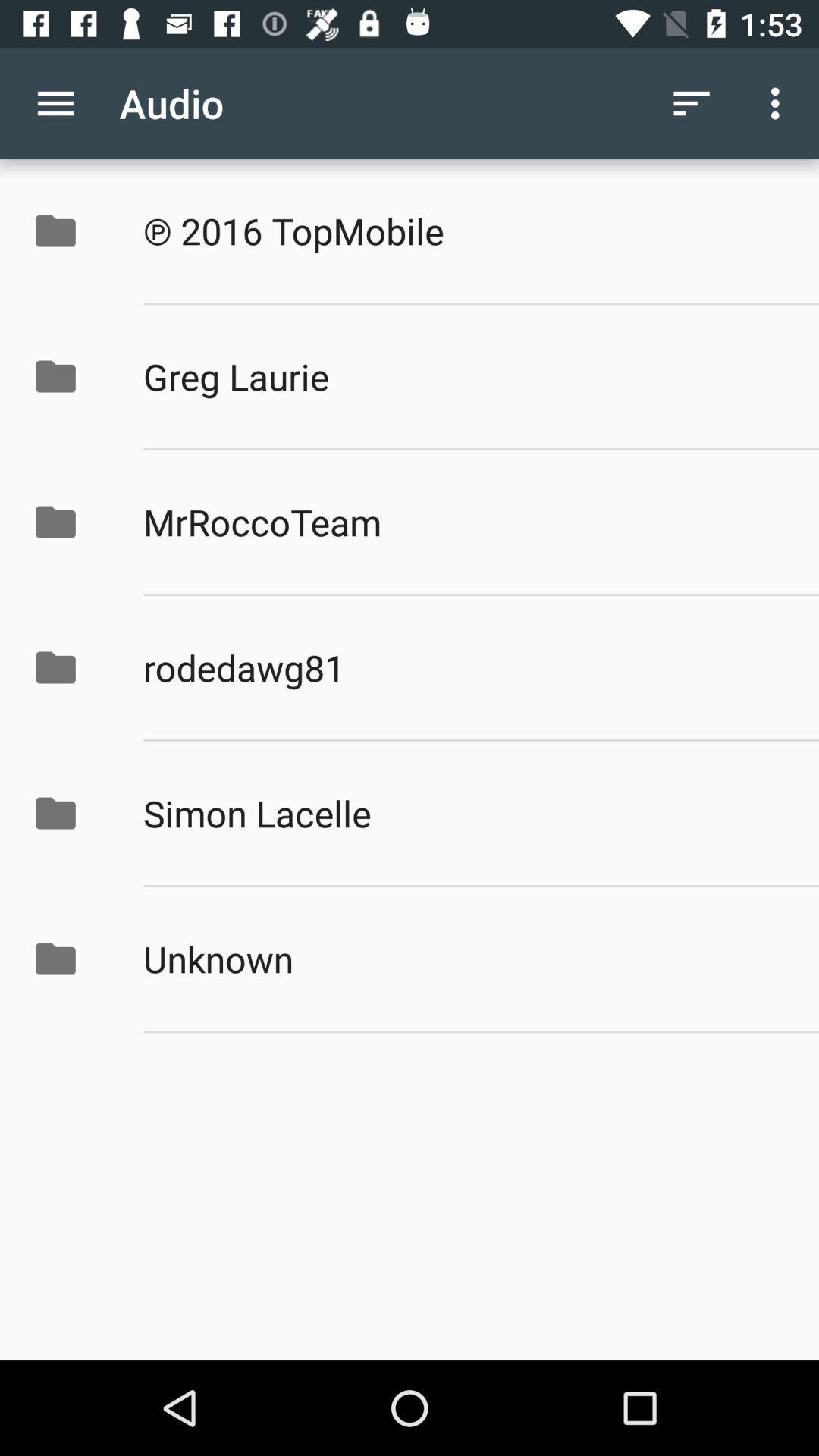 The width and height of the screenshot is (819, 1456). Describe the element at coordinates (55, 102) in the screenshot. I see `the icon next to the audio icon` at that location.